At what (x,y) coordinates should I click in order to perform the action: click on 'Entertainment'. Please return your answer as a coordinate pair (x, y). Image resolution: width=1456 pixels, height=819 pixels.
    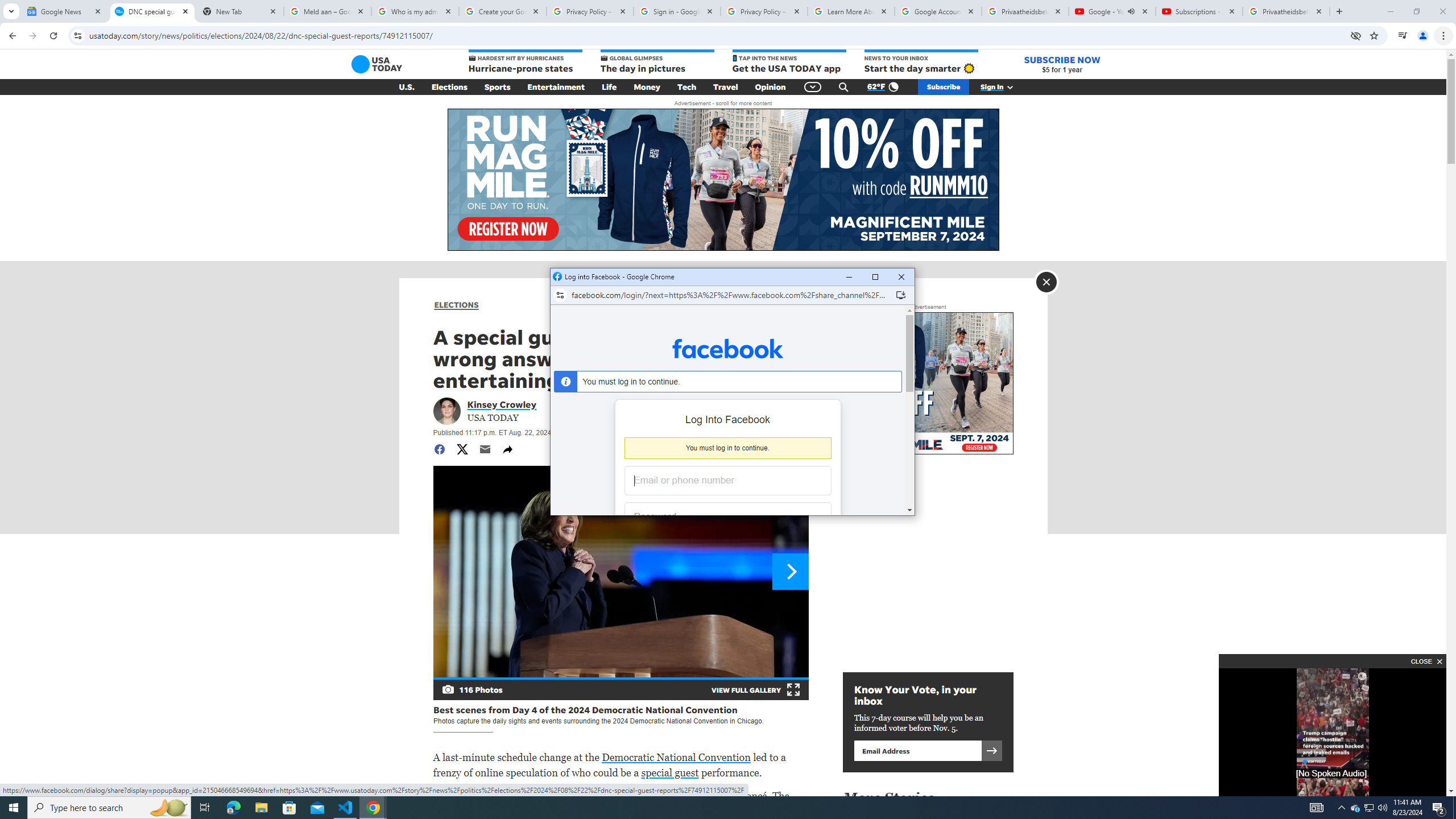
    Looking at the image, I should click on (556, 87).